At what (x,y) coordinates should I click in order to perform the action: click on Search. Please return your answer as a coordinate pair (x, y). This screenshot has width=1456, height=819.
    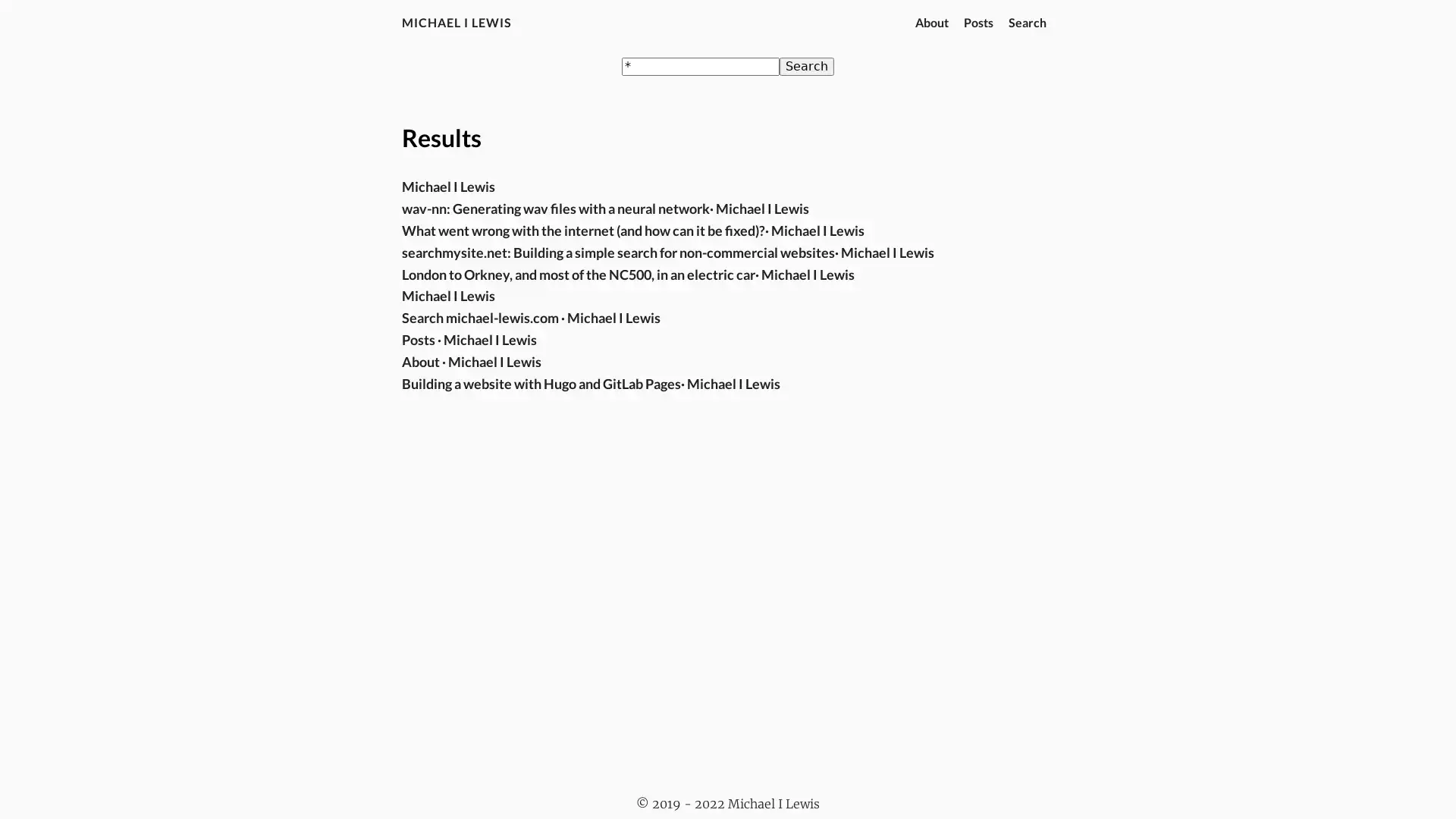
    Looking at the image, I should click on (806, 66).